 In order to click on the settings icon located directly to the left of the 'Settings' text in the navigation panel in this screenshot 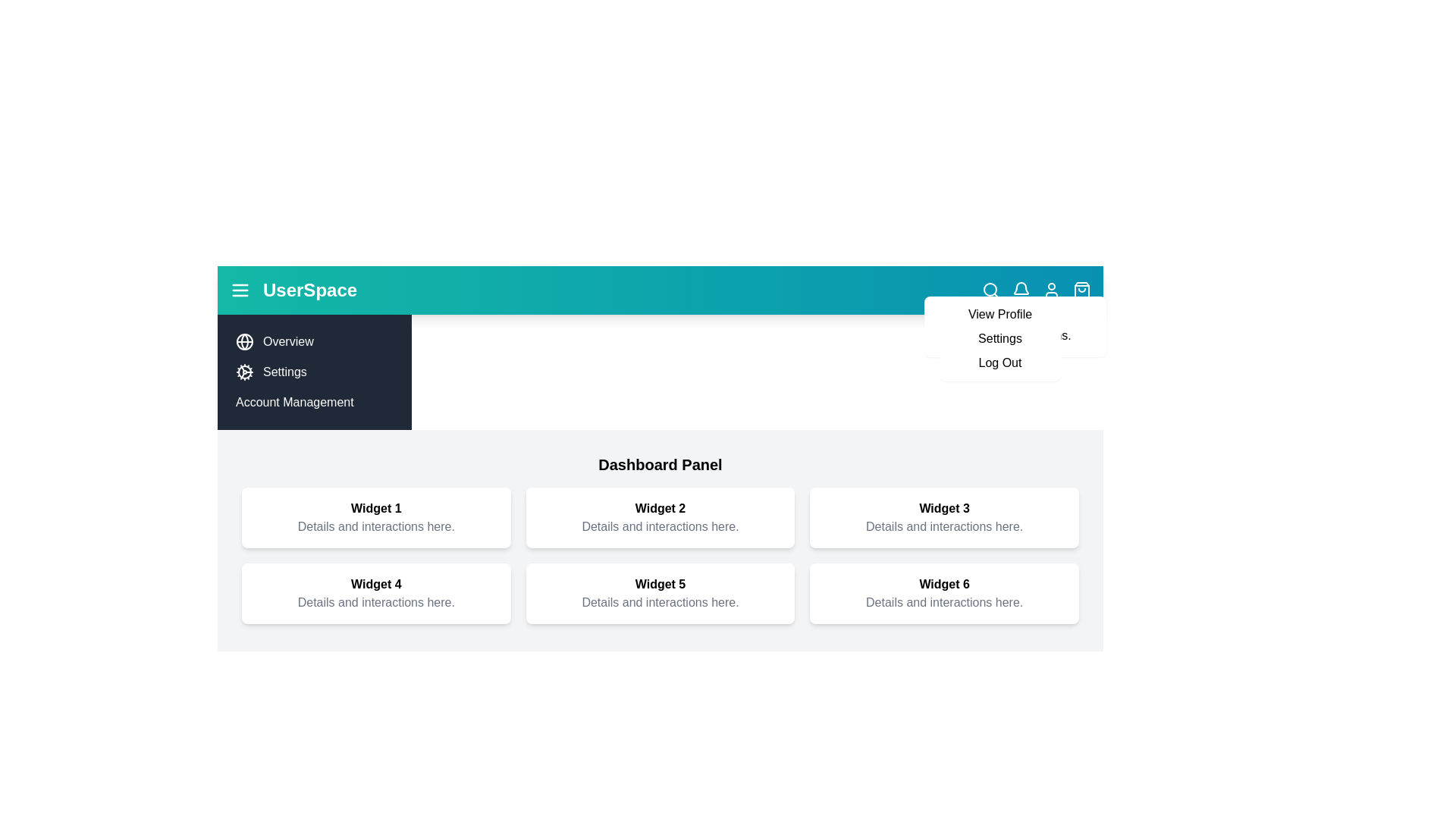, I will do `click(244, 372)`.